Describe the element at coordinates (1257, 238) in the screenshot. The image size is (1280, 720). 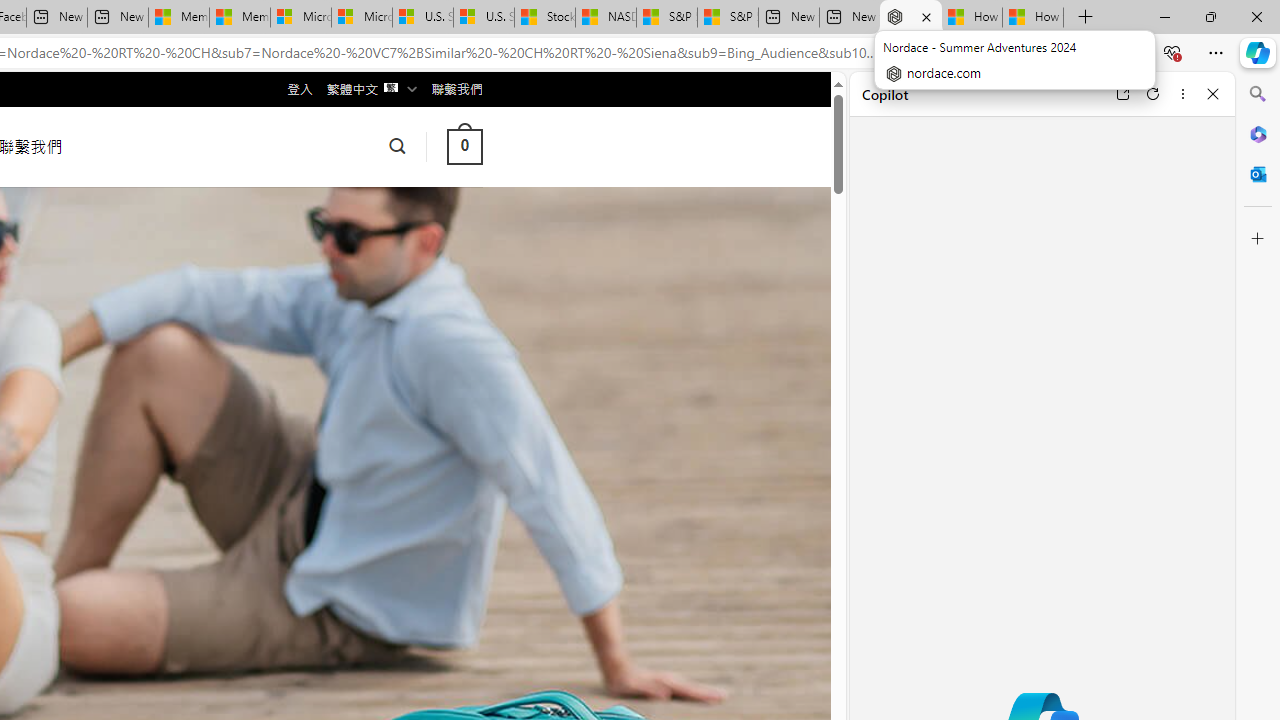
I see `'Customize'` at that location.